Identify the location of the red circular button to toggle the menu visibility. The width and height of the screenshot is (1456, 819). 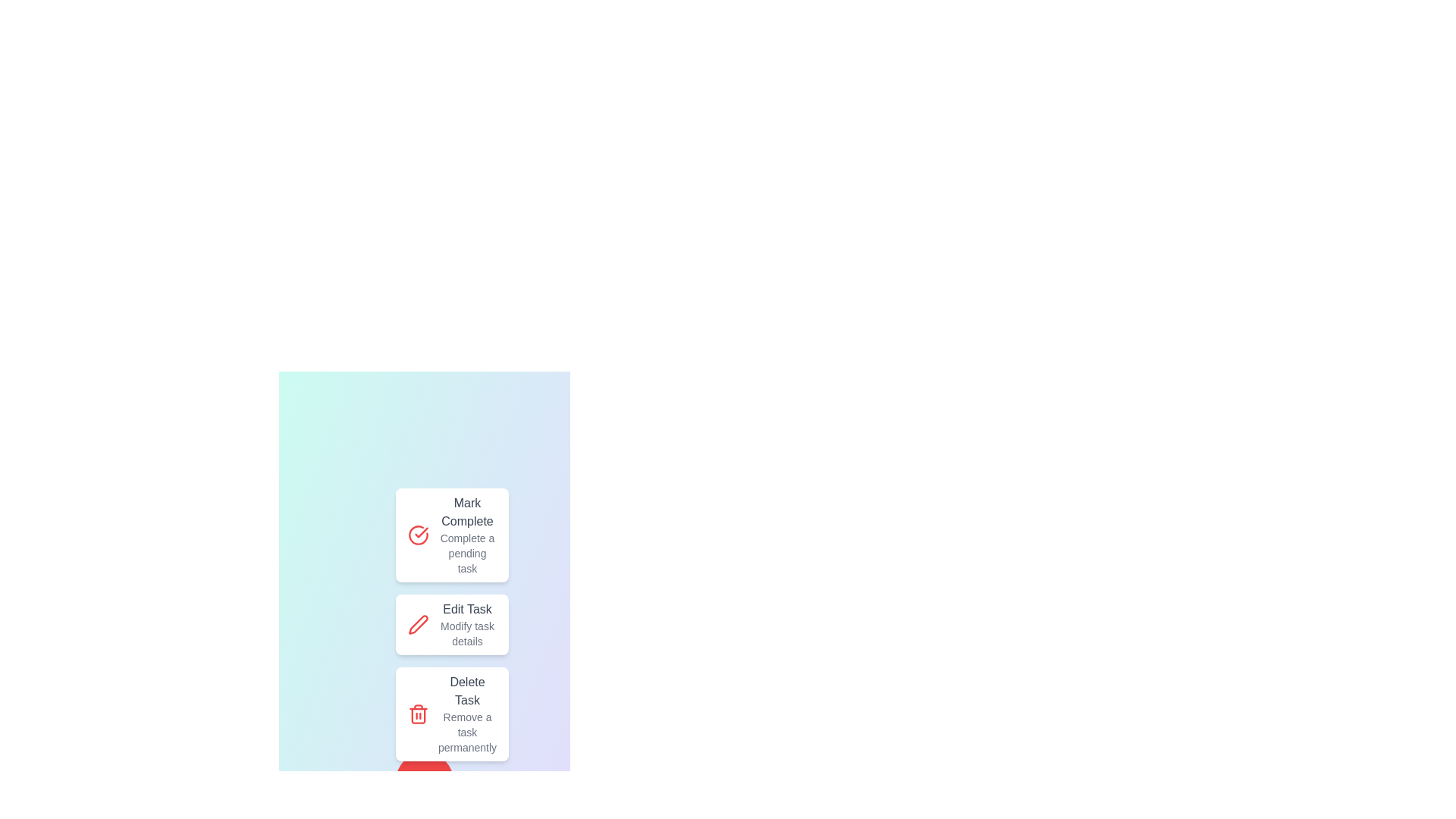
(425, 780).